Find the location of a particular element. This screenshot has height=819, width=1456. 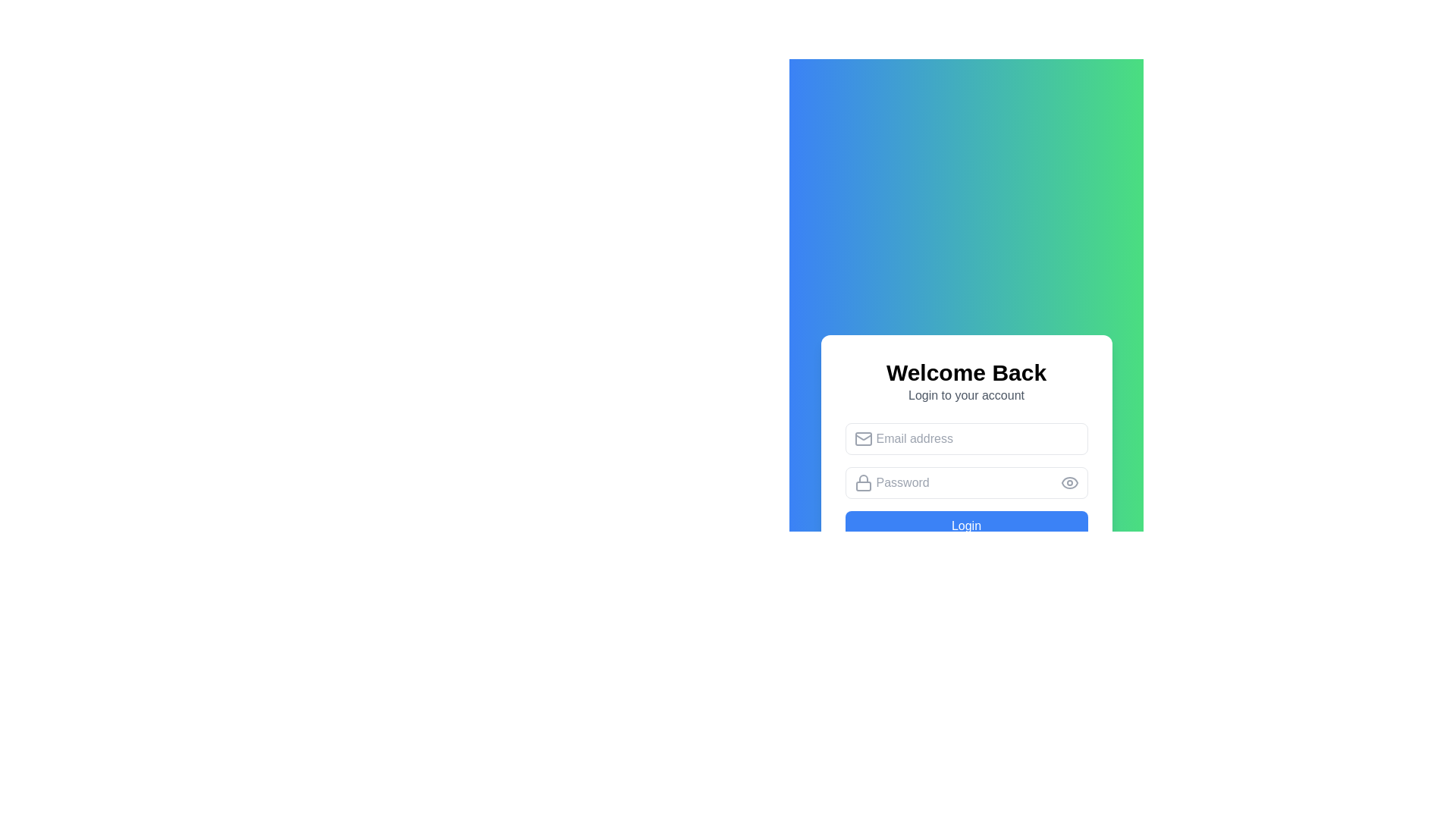

the password visibility toggle icon located on the right side of the password input field to switch between masked and unmasked states is located at coordinates (1068, 482).